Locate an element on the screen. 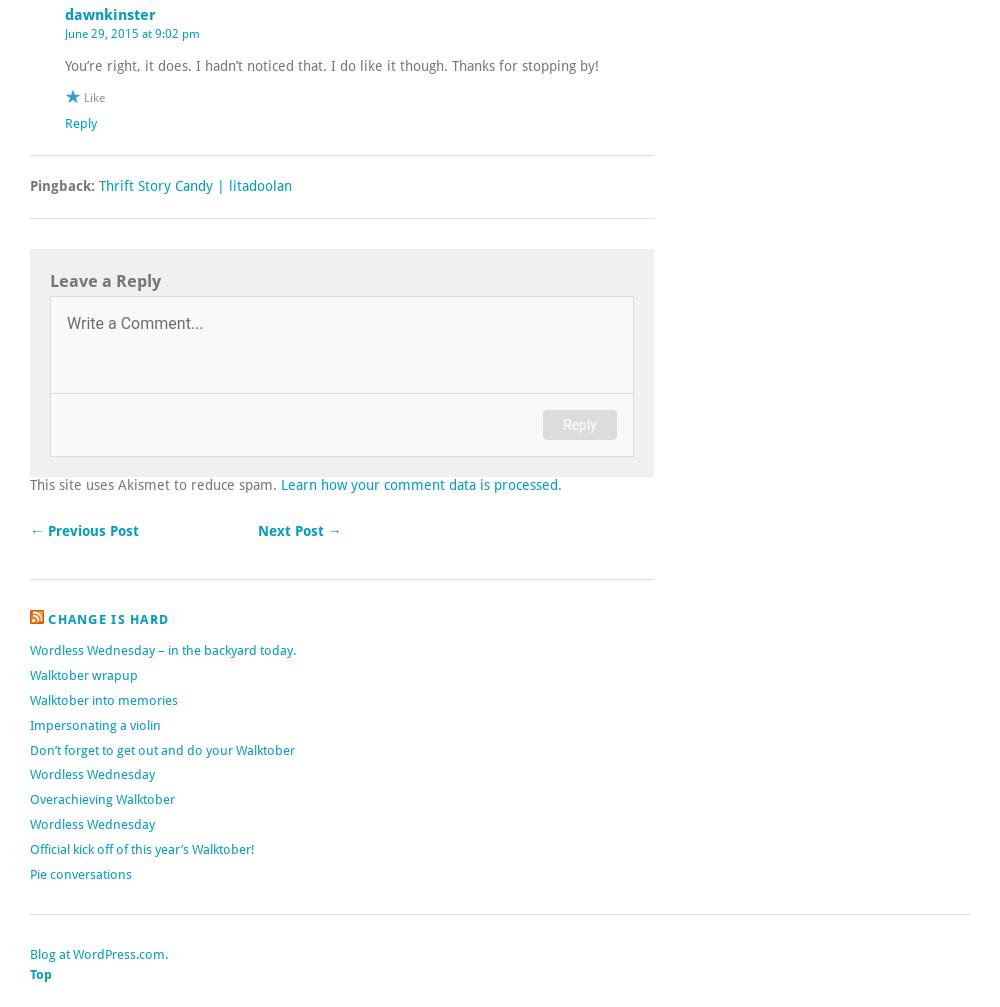 The image size is (1000, 1007). 'Don’t forget to get out and do your Walktober' is located at coordinates (30, 748).